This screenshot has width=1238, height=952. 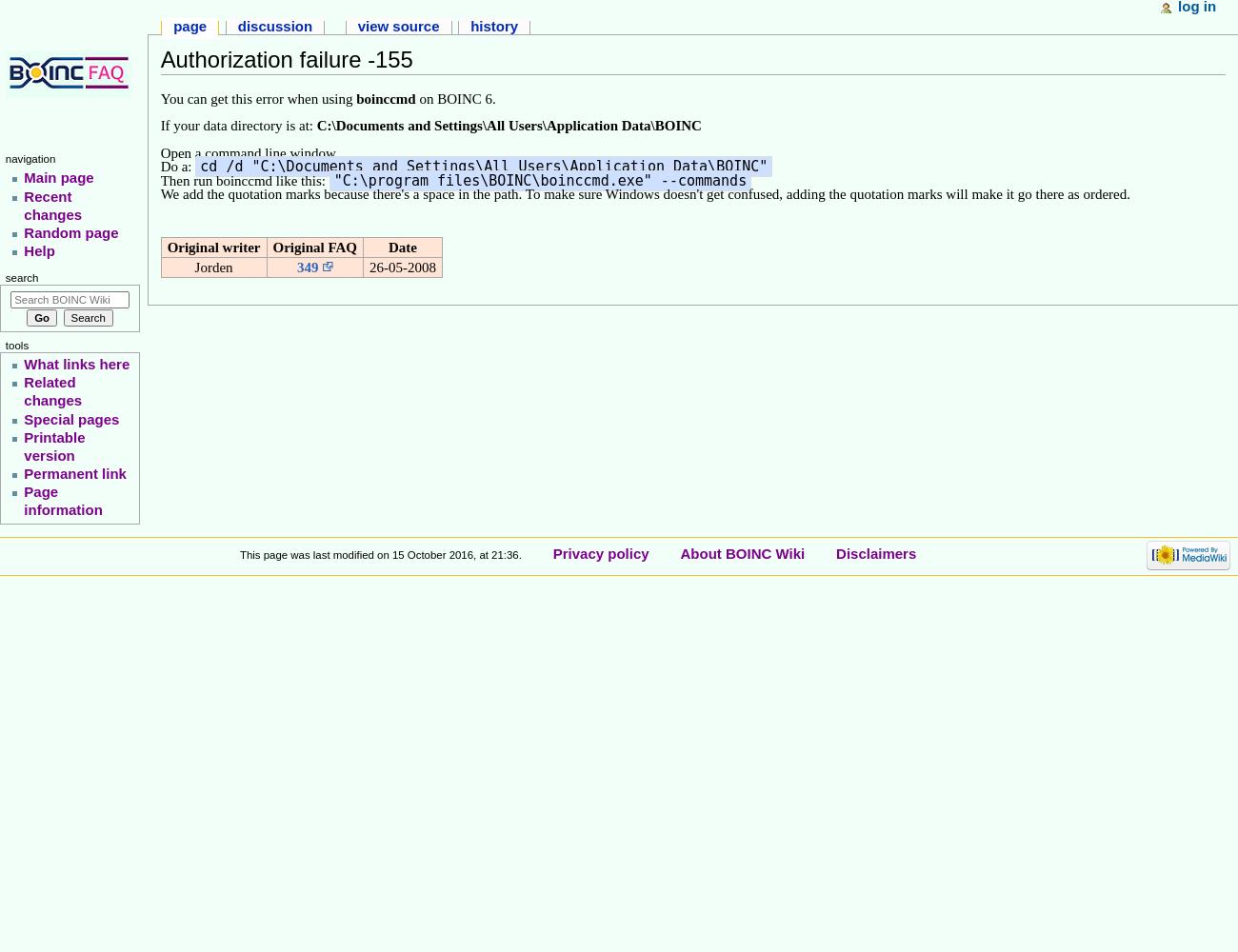 I want to click on 'History', so click(x=493, y=26).